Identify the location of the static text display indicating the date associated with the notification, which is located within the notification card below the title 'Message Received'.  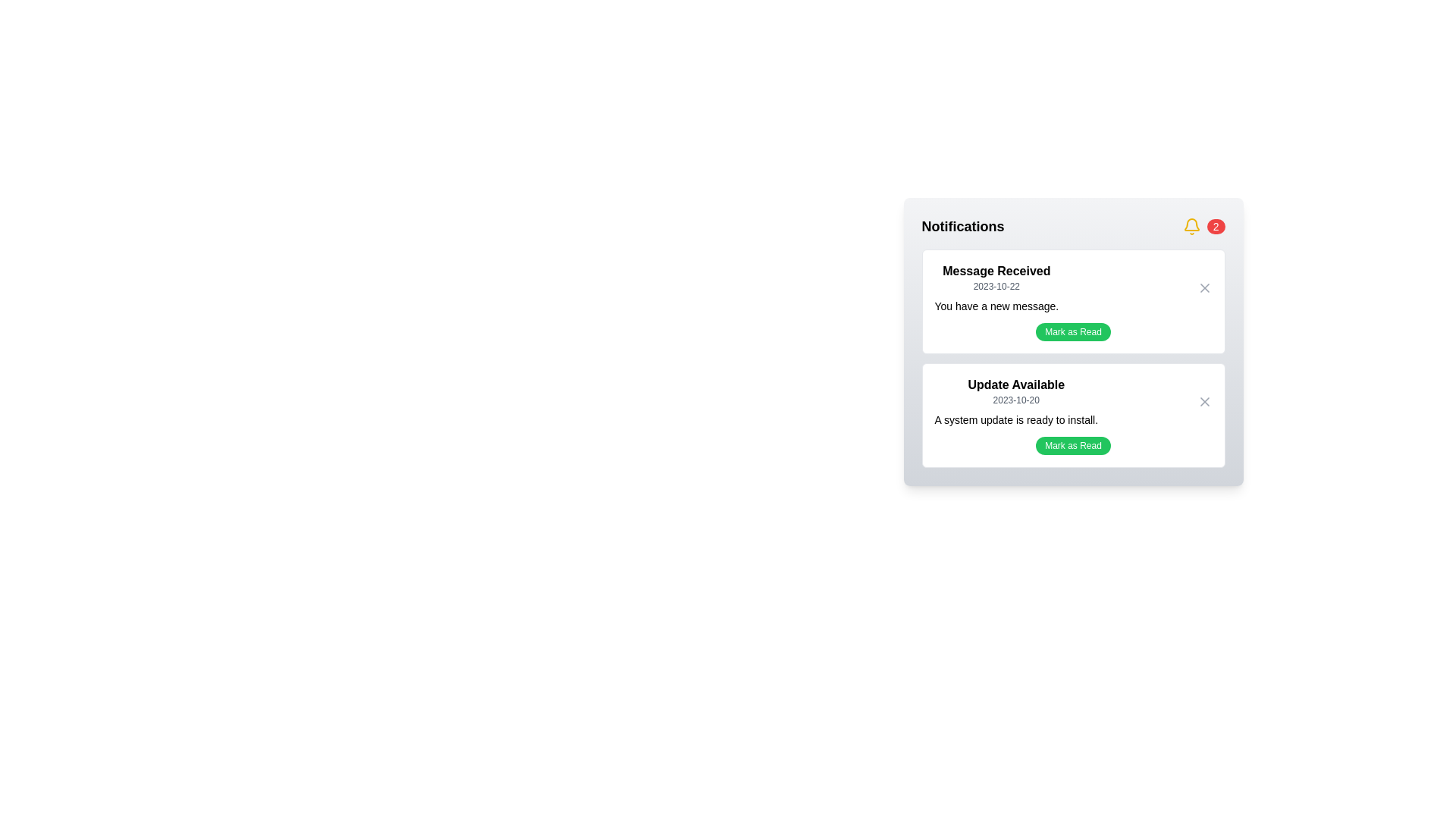
(996, 287).